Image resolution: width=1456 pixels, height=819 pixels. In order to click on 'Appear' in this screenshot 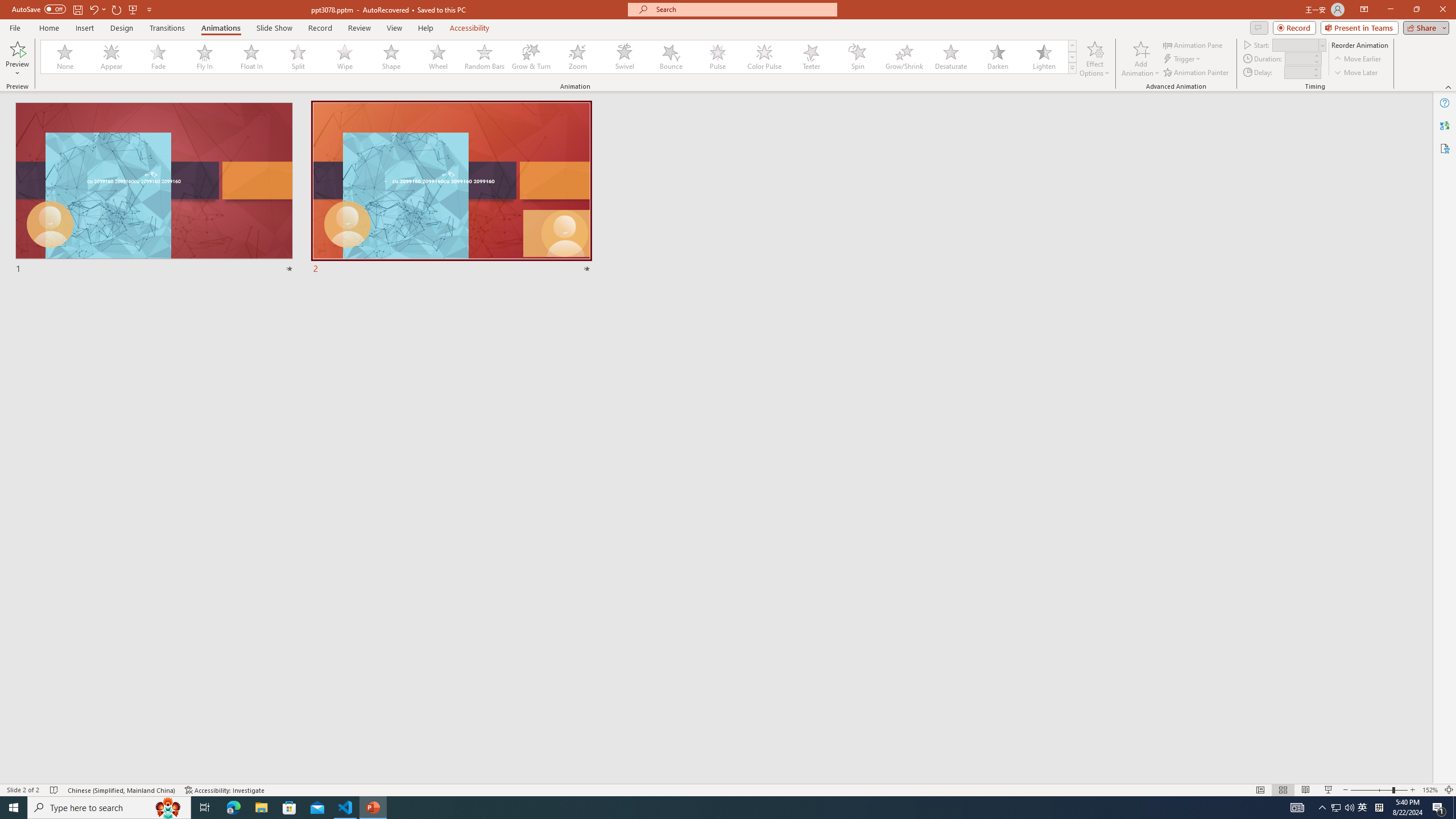, I will do `click(111, 56)`.